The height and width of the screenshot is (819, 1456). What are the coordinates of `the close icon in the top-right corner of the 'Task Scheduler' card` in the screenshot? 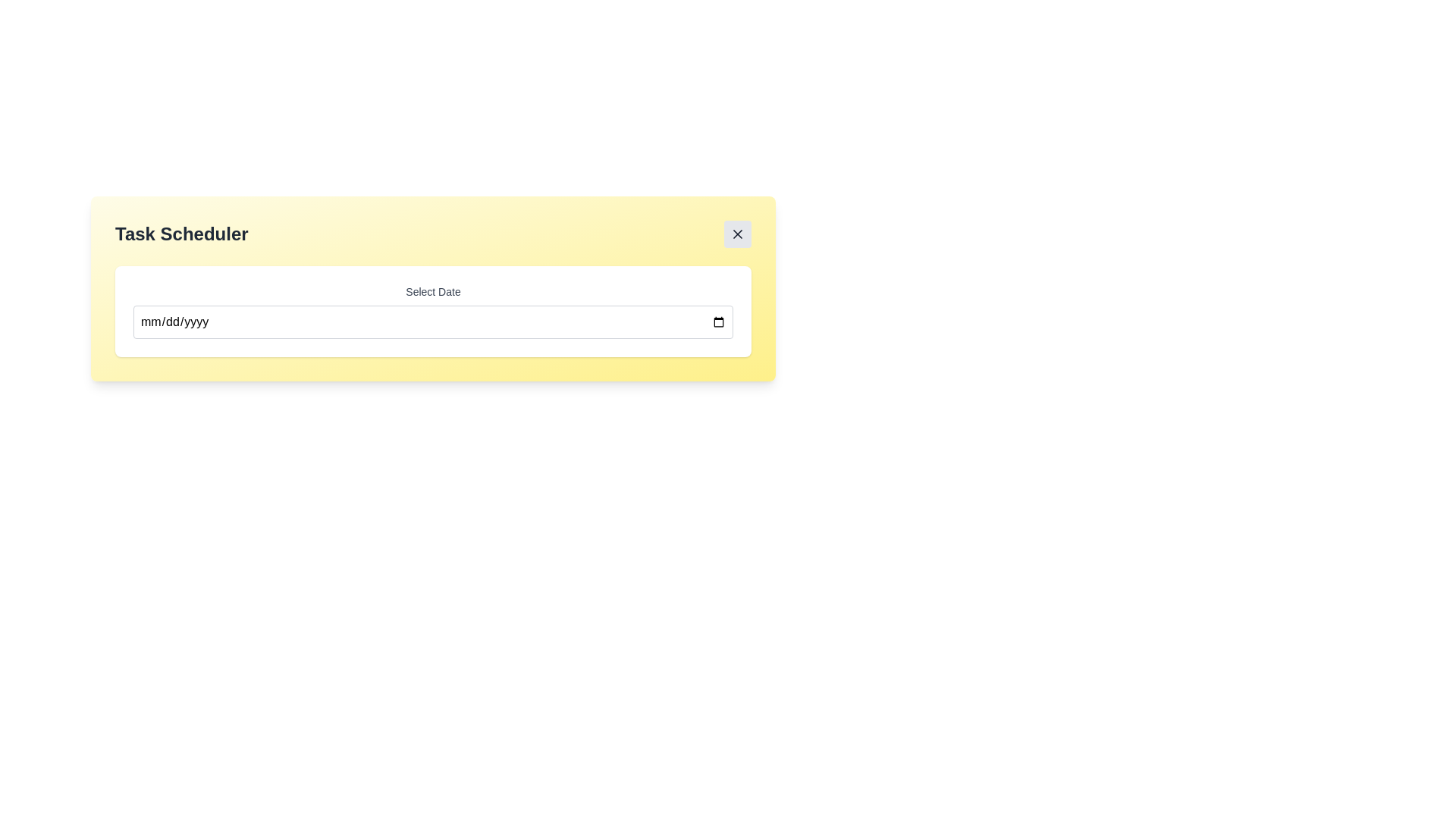 It's located at (738, 234).